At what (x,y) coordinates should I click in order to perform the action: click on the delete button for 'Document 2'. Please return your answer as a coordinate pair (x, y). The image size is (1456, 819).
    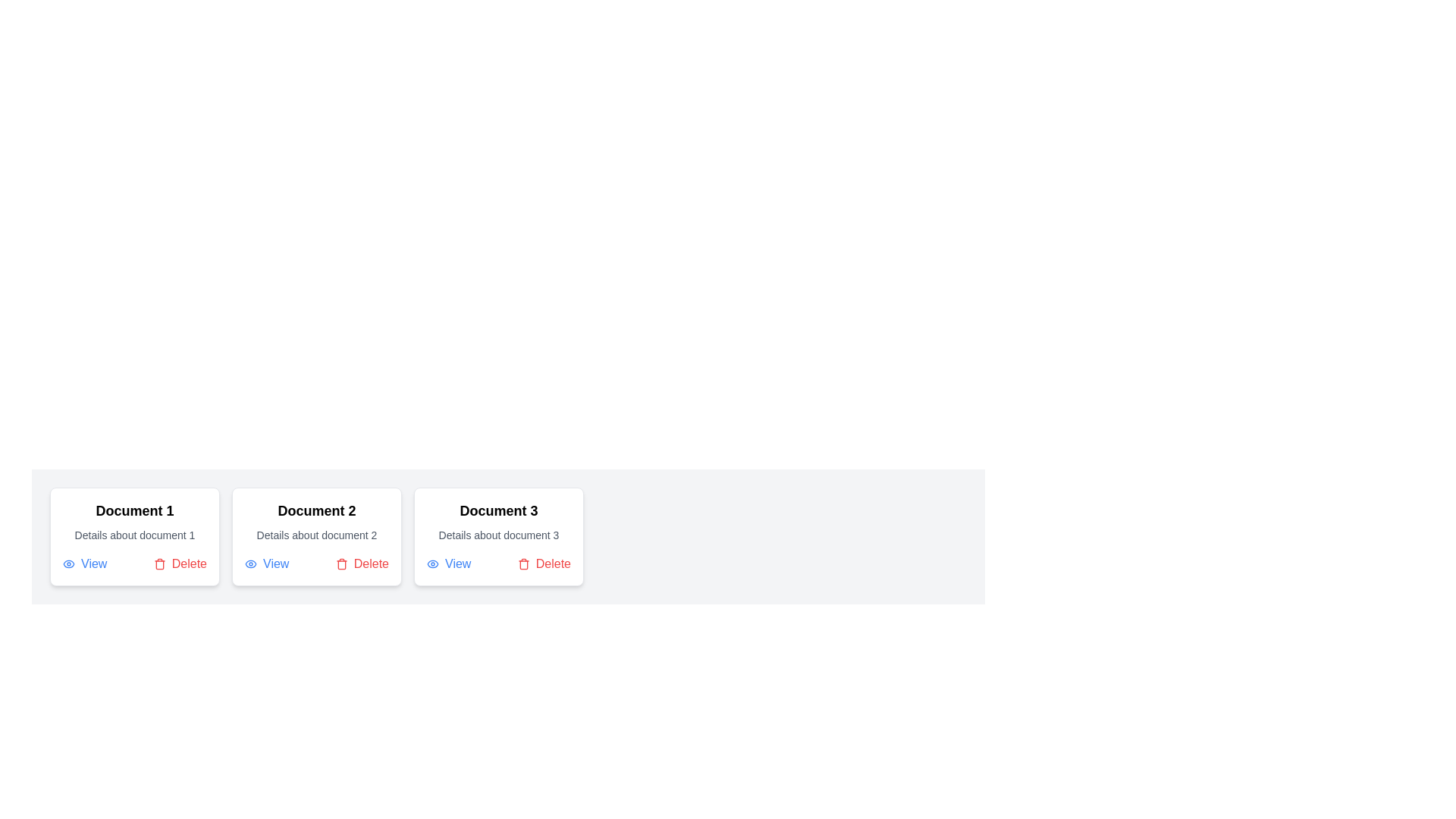
    Looking at the image, I should click on (361, 564).